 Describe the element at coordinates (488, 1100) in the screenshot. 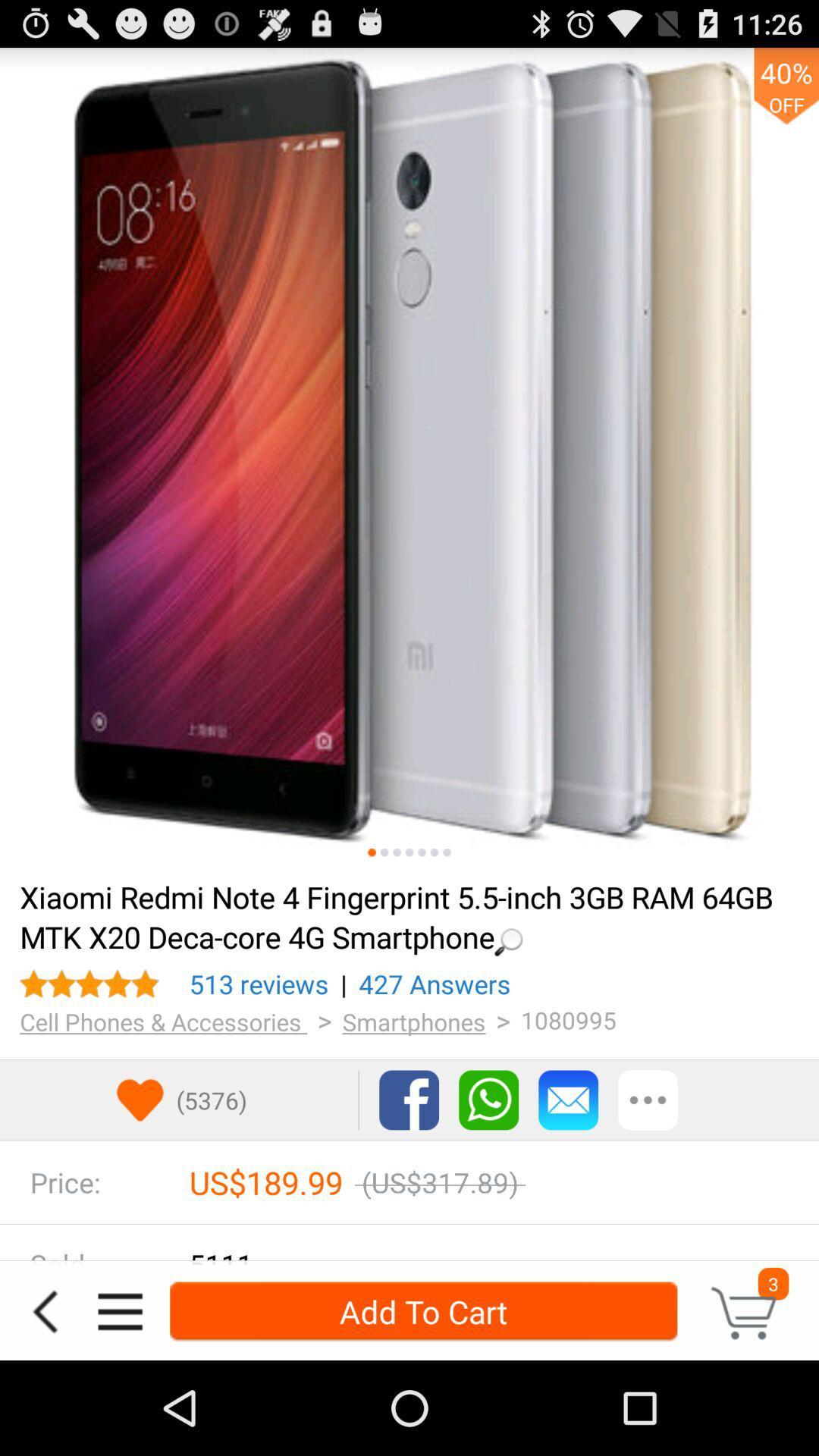

I see `whatswapp` at that location.